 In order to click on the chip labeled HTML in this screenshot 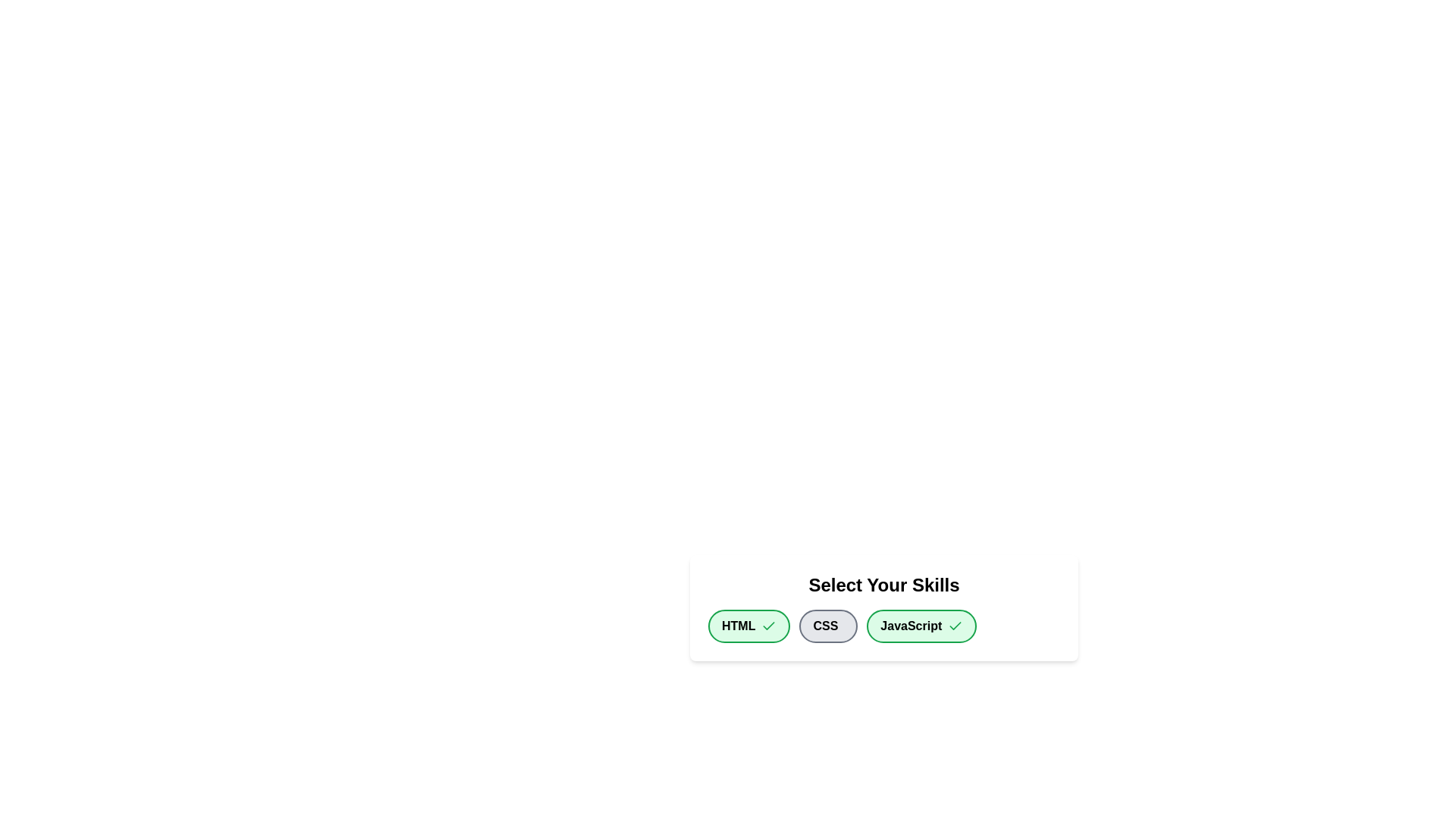, I will do `click(749, 626)`.